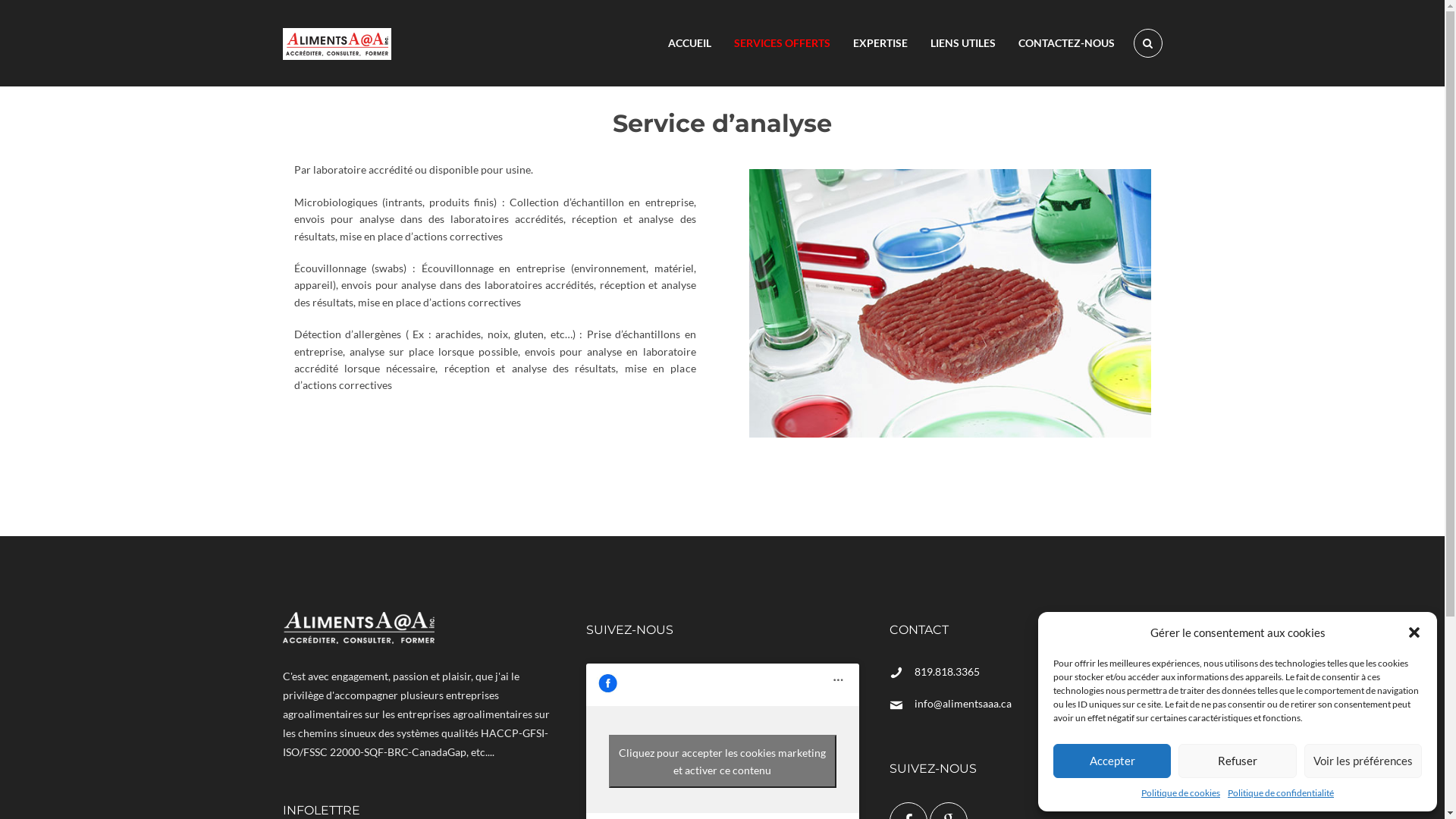 The image size is (1456, 819). Describe the element at coordinates (781, 42) in the screenshot. I see `'SERVICES OFFERTS'` at that location.